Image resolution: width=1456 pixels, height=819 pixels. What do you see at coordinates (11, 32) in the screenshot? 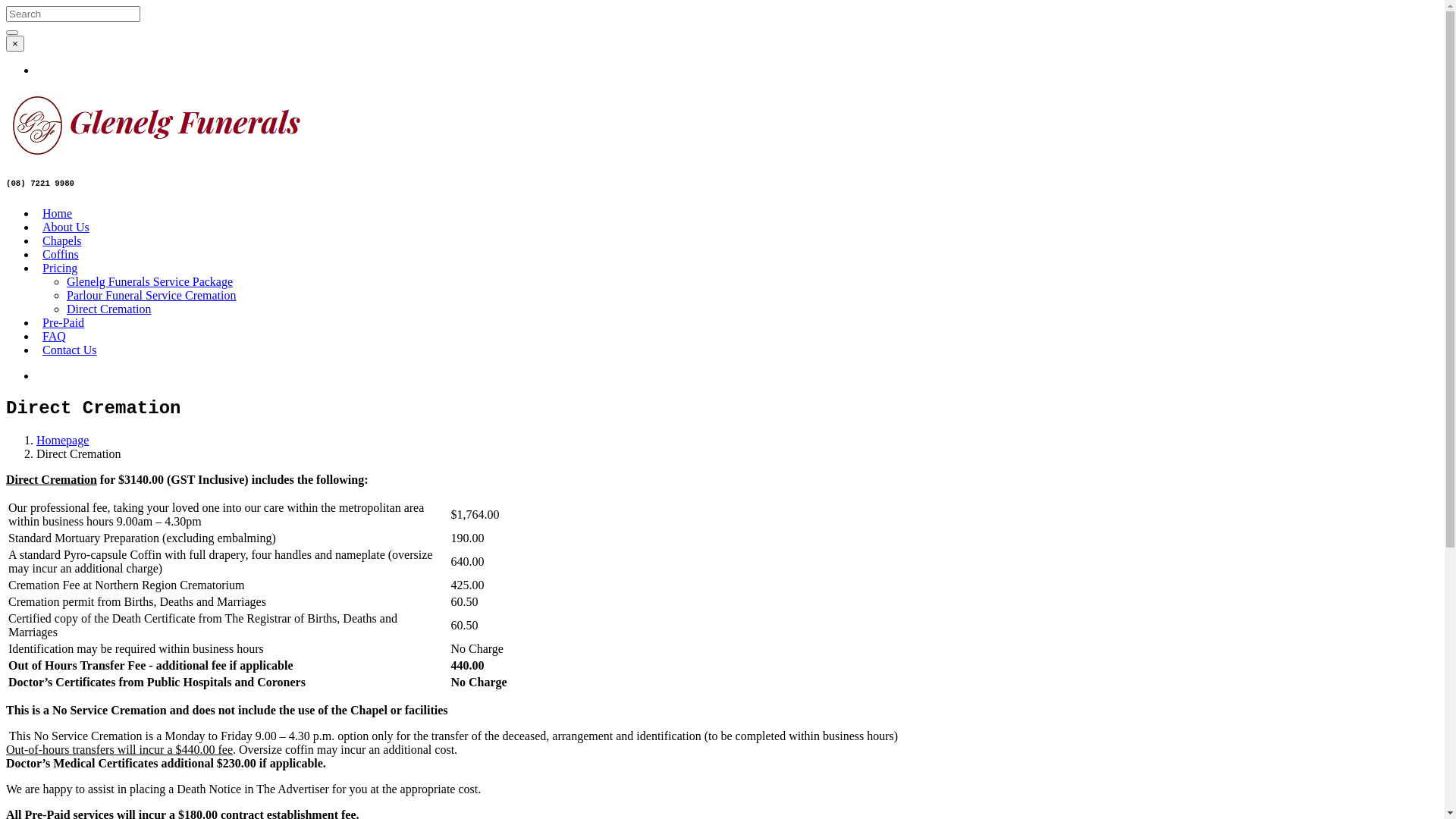
I see `'Search'` at bounding box center [11, 32].